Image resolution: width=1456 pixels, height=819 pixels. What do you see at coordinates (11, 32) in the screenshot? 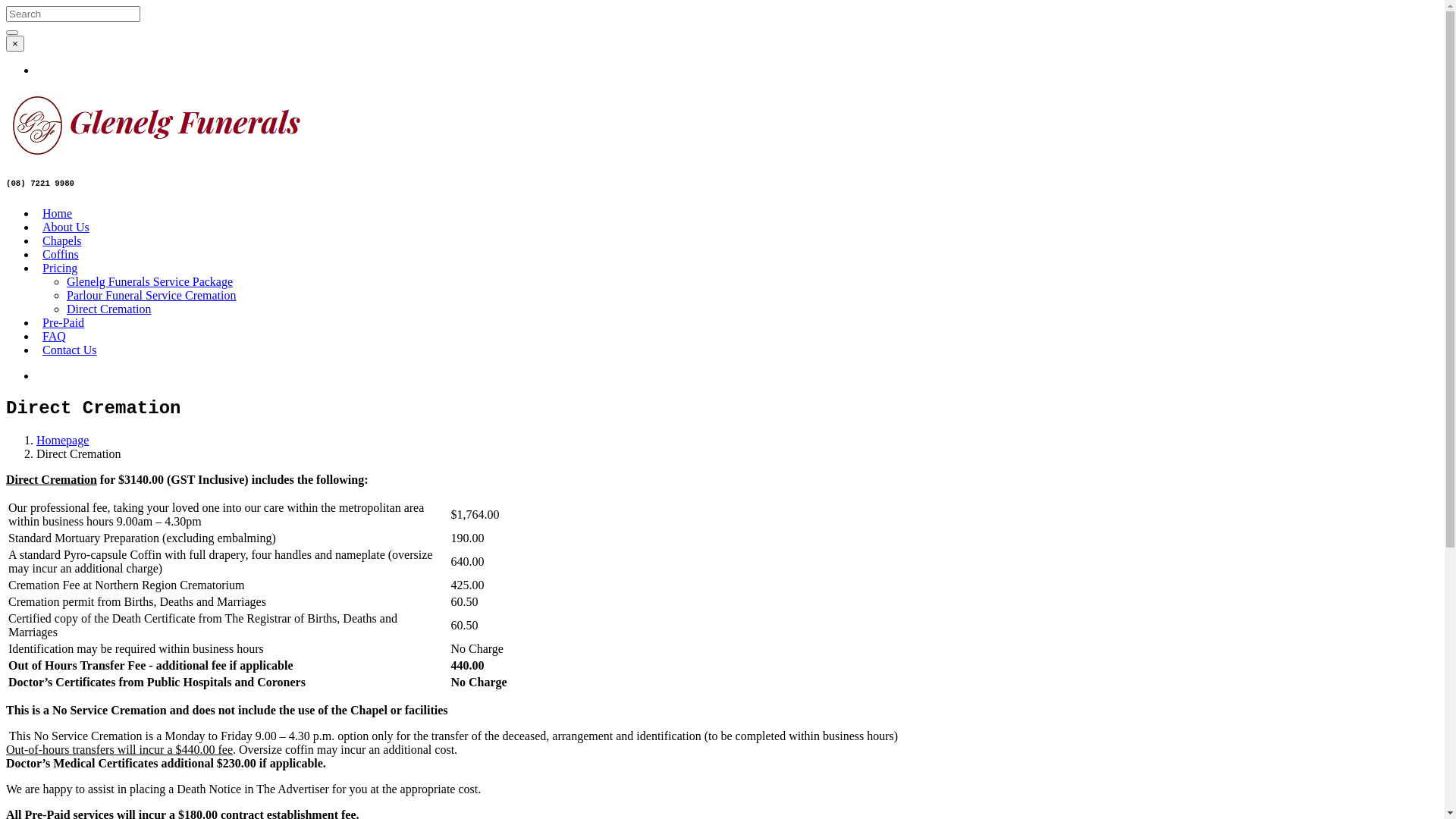
I see `'Search'` at bounding box center [11, 32].